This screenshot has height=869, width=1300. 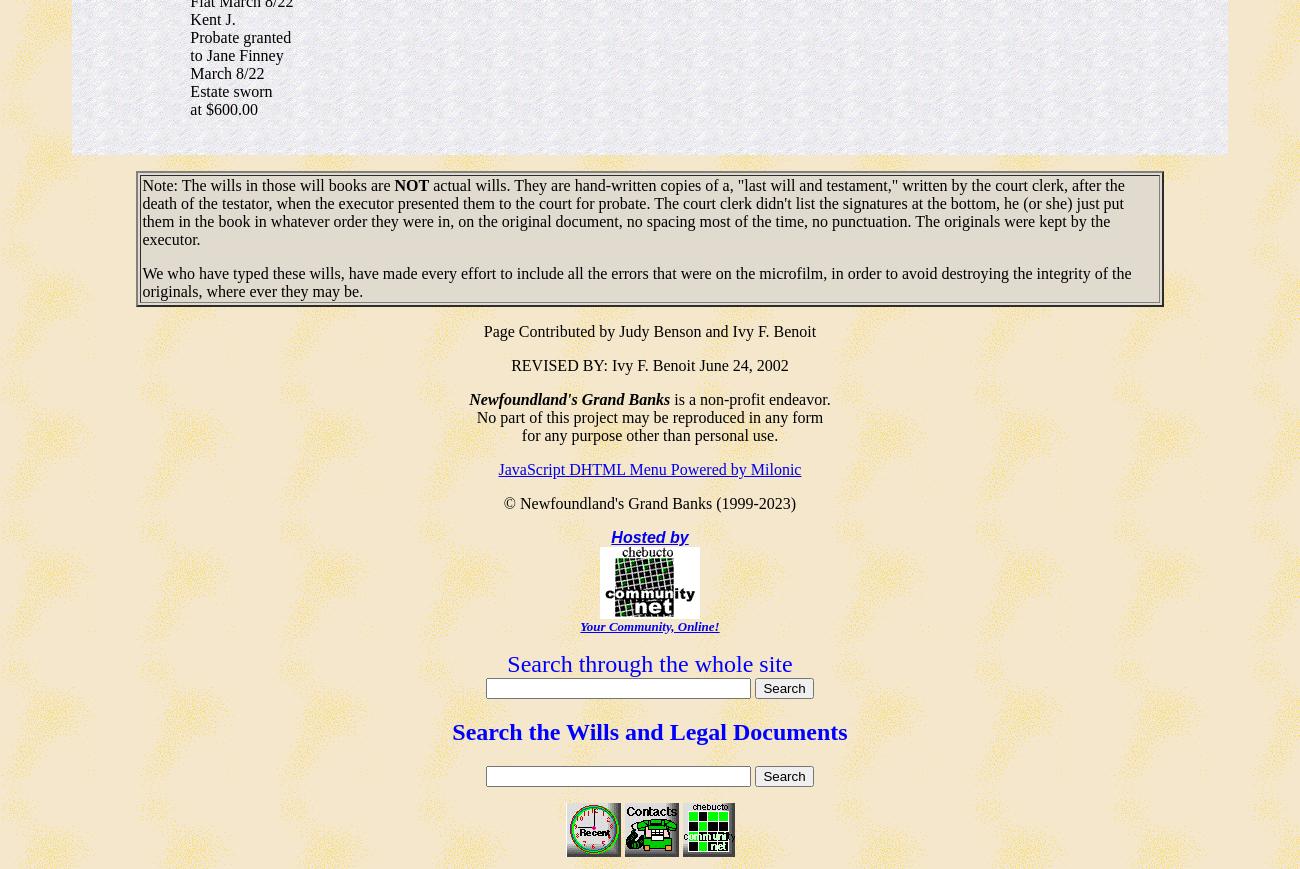 What do you see at coordinates (611, 536) in the screenshot?
I see `'Hosted by'` at bounding box center [611, 536].